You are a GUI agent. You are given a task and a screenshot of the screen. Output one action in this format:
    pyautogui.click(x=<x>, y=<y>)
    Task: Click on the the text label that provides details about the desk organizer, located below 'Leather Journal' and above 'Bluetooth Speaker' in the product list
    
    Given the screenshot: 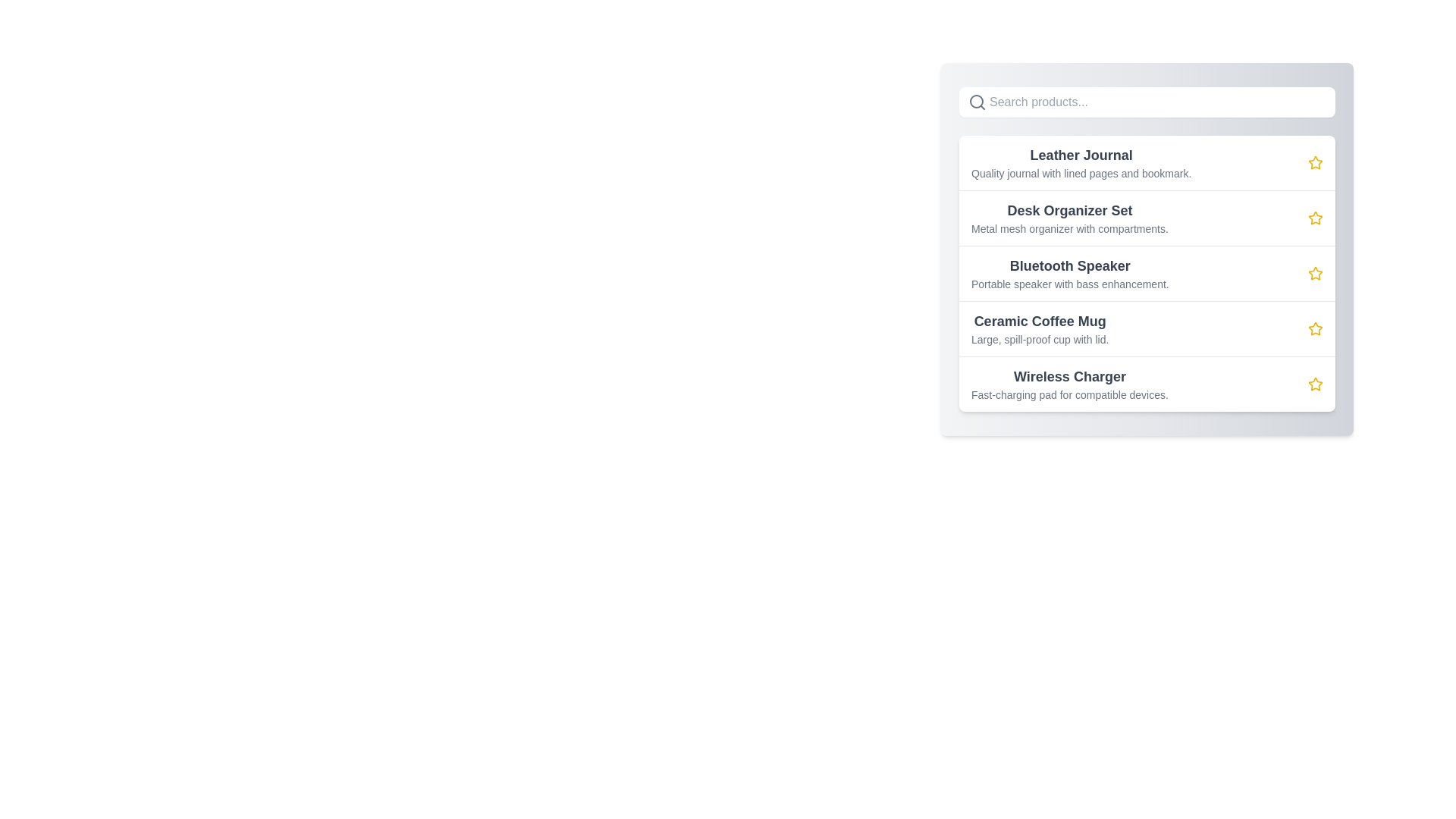 What is the action you would take?
    pyautogui.click(x=1069, y=218)
    